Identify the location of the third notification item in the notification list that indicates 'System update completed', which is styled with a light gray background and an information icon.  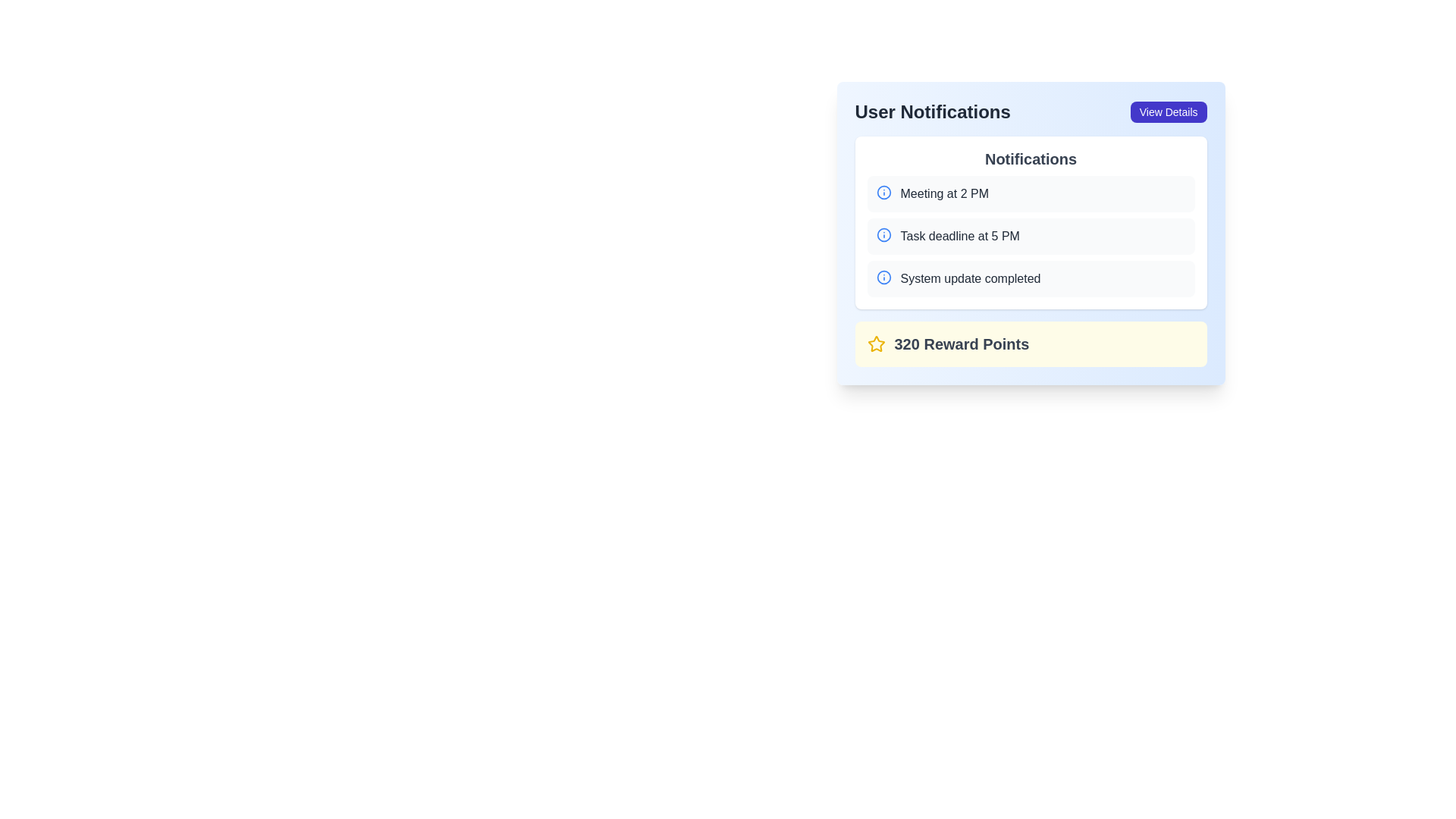
(1031, 278).